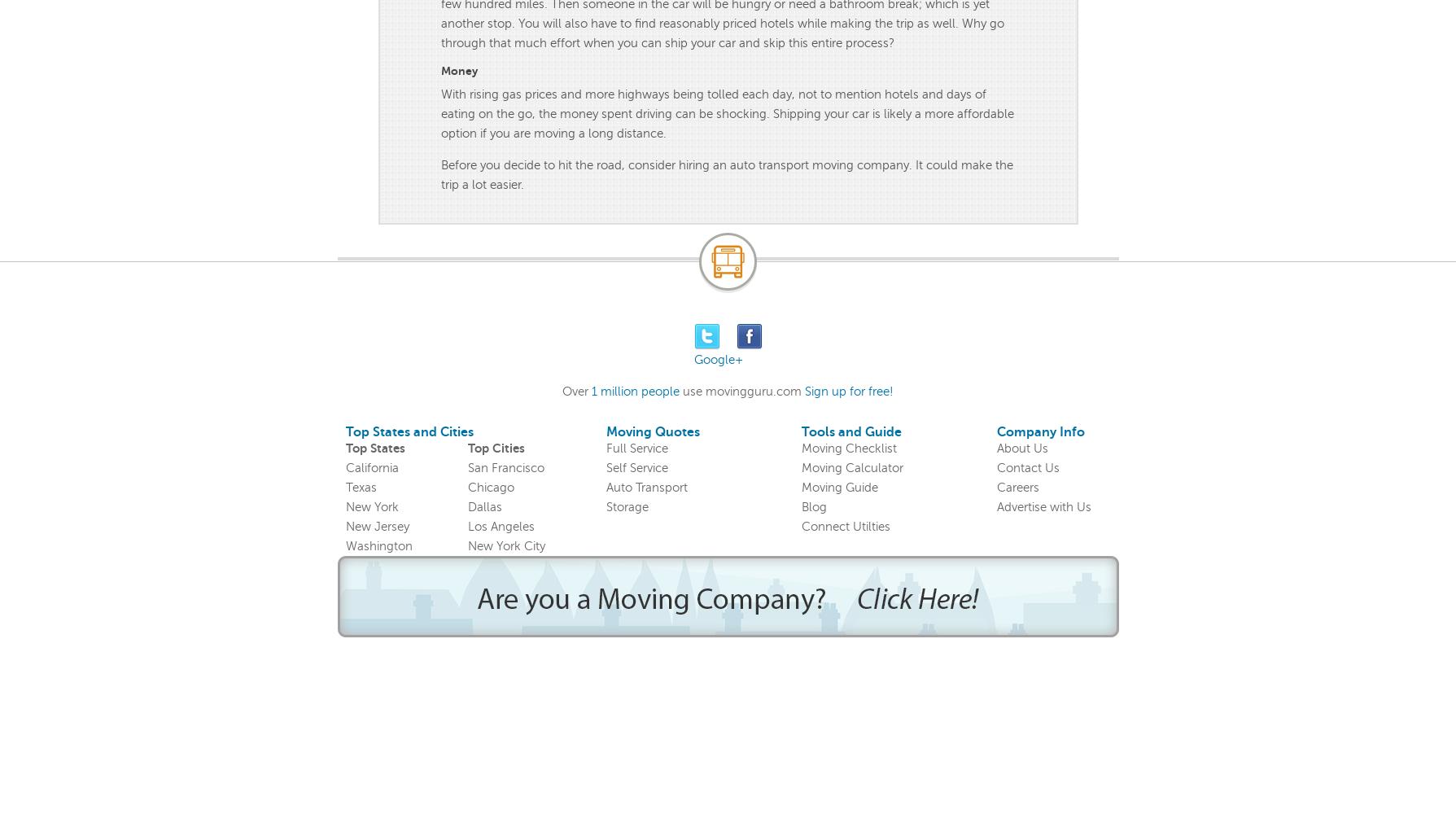 This screenshot has height=814, width=1456. Describe the element at coordinates (636, 449) in the screenshot. I see `'Full Service'` at that location.